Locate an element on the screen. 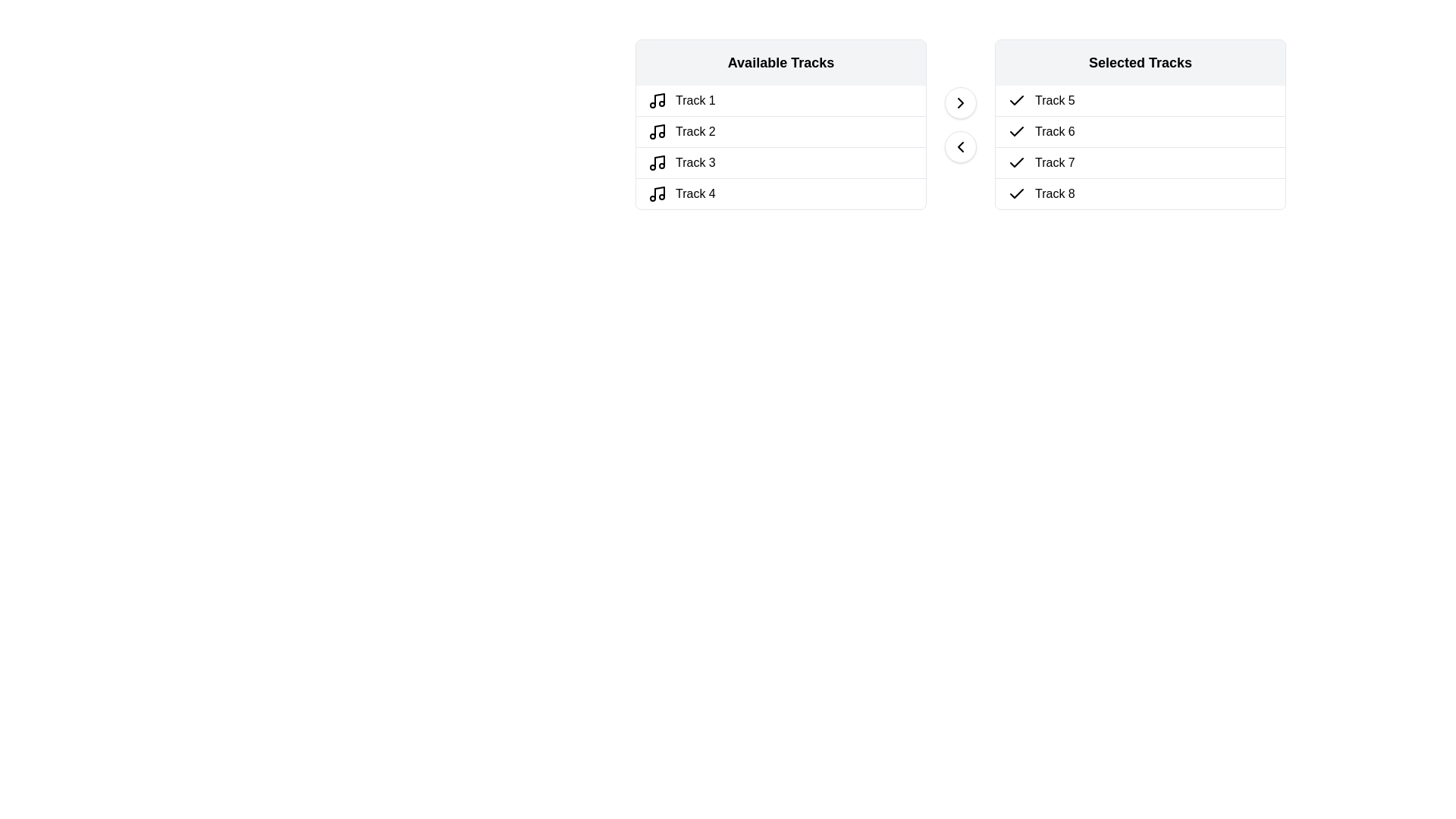  the checkmark icon associated with 'Track 7' in the 'Selected Tracks' column is located at coordinates (1016, 162).